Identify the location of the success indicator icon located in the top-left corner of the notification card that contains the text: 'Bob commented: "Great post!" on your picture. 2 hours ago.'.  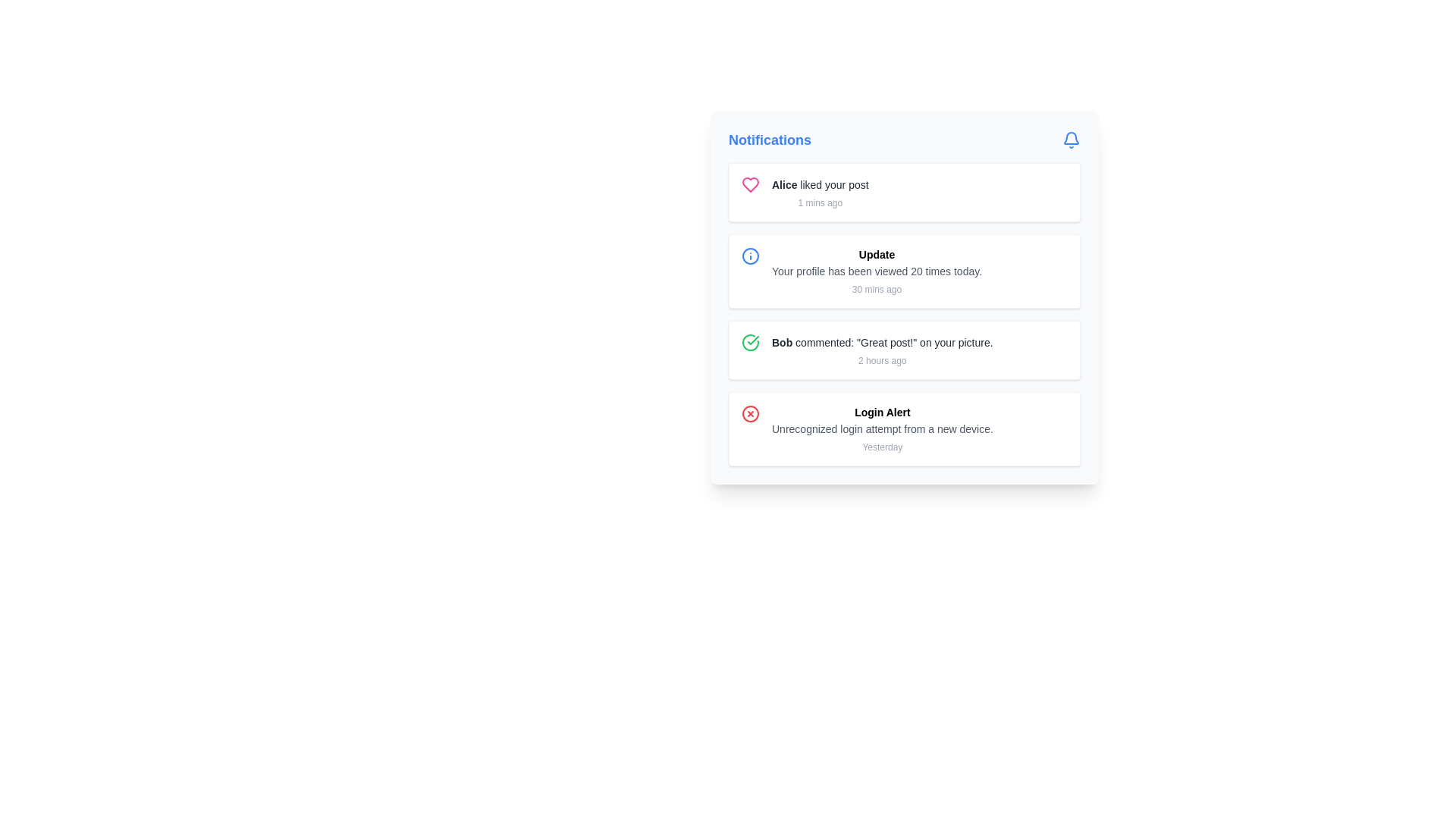
(750, 342).